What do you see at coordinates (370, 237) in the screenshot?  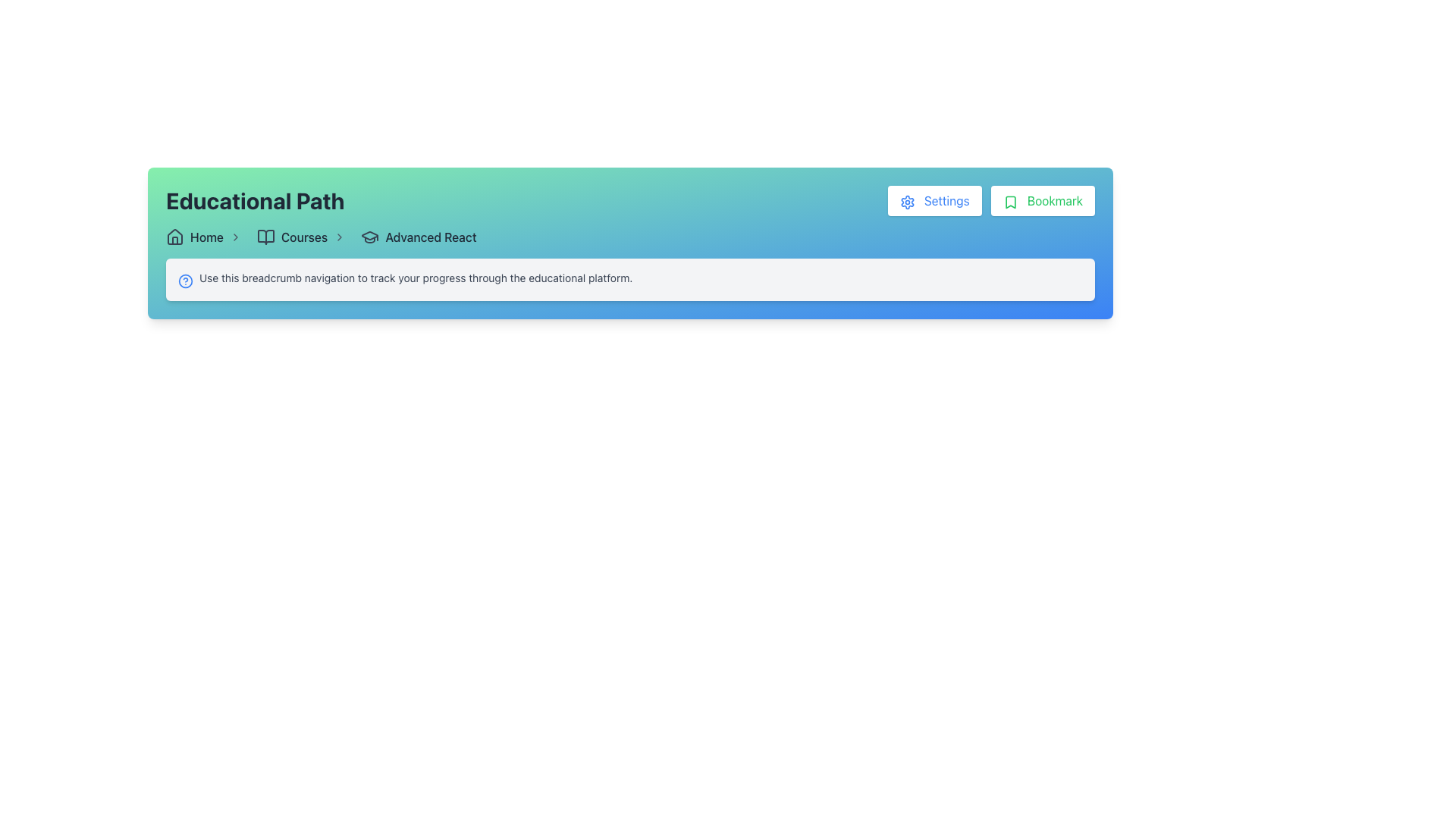 I see `the graduation cap icon that is dark gray in color and positioned to the left of the 'Advanced React' text within the breadcrumb navigation bar` at bounding box center [370, 237].